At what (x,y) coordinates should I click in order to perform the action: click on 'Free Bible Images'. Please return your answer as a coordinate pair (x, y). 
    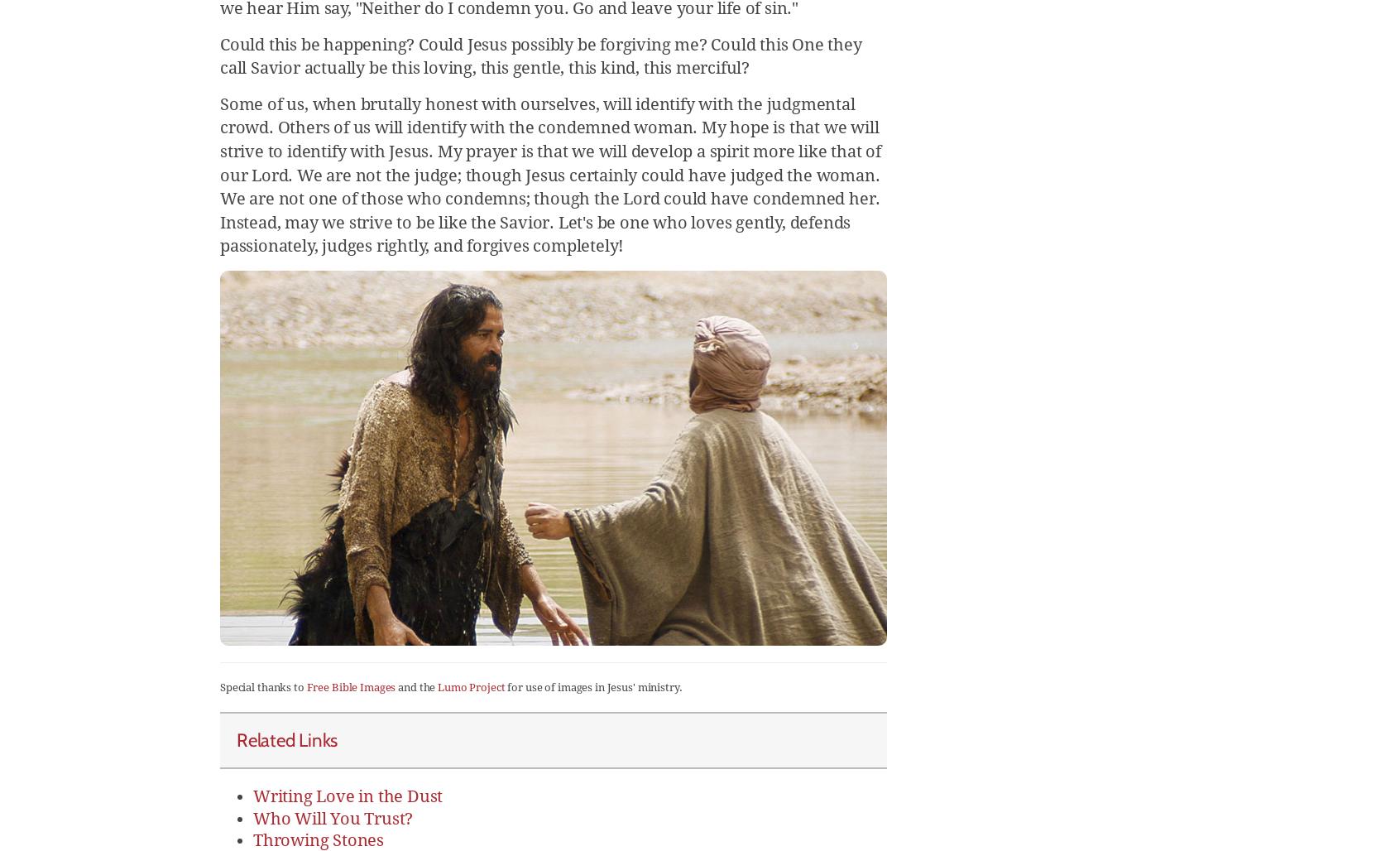
    Looking at the image, I should click on (306, 687).